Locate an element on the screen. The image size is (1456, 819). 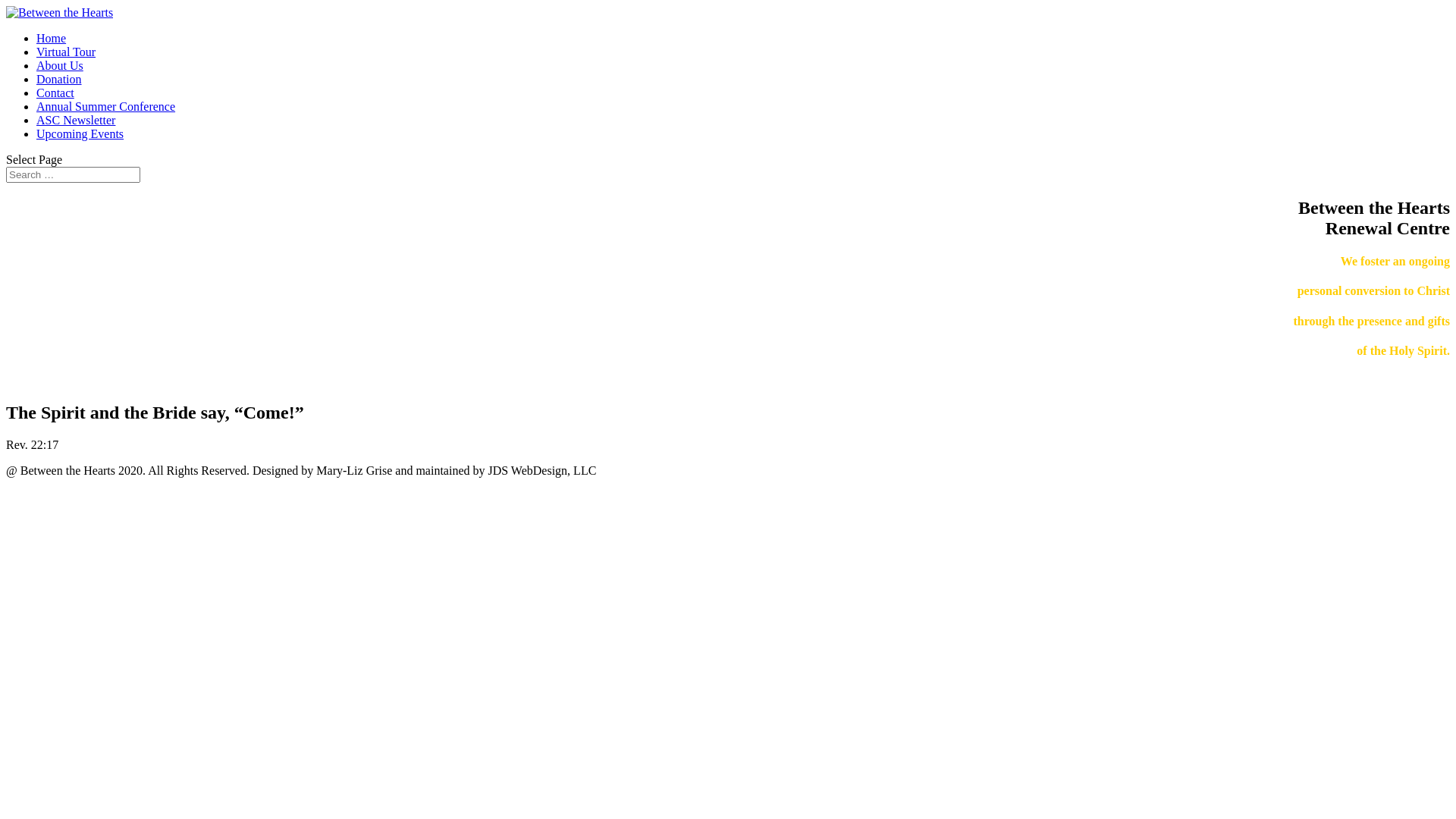
'About Us' is located at coordinates (59, 64).